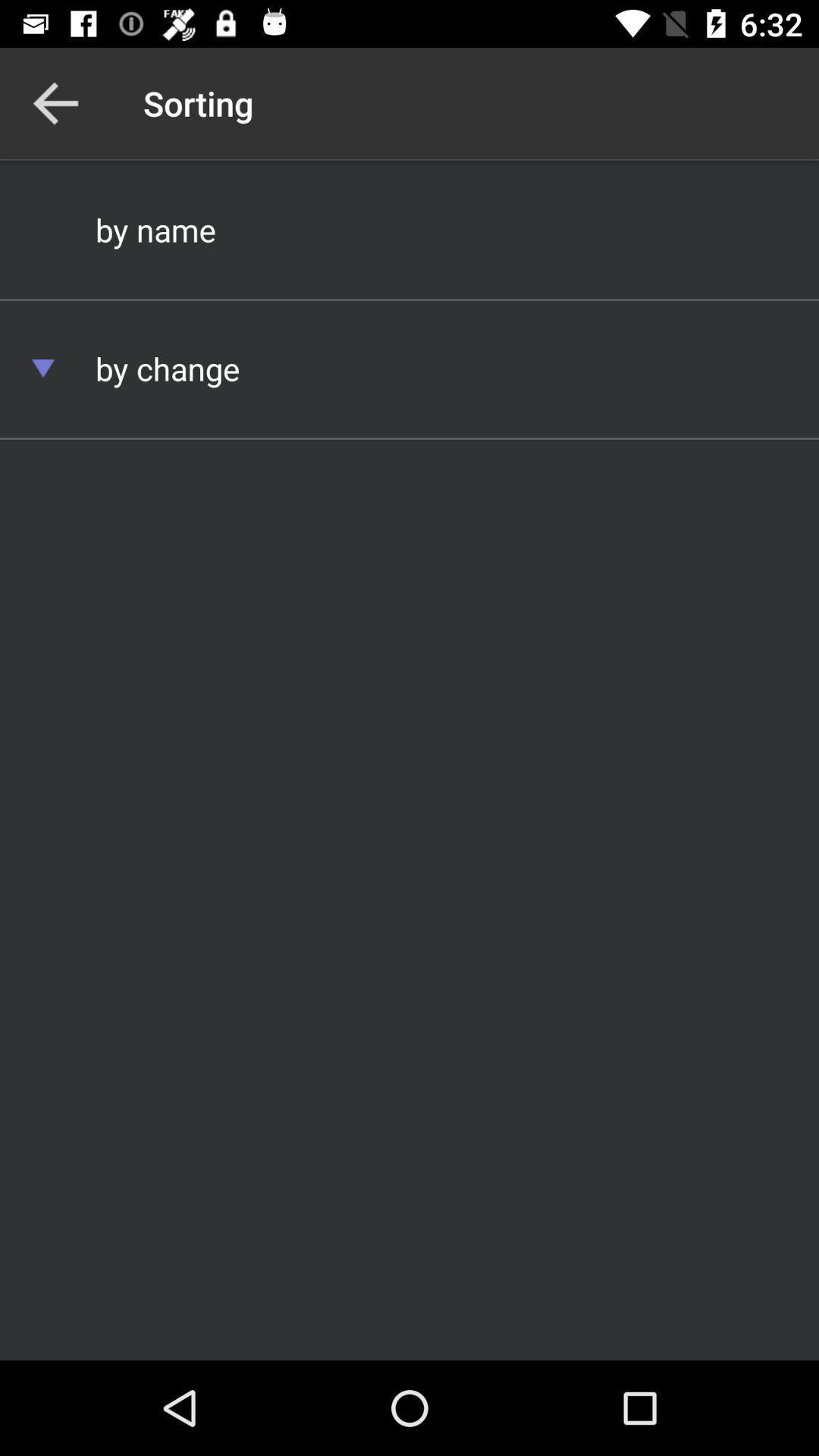  I want to click on by change icon, so click(409, 368).